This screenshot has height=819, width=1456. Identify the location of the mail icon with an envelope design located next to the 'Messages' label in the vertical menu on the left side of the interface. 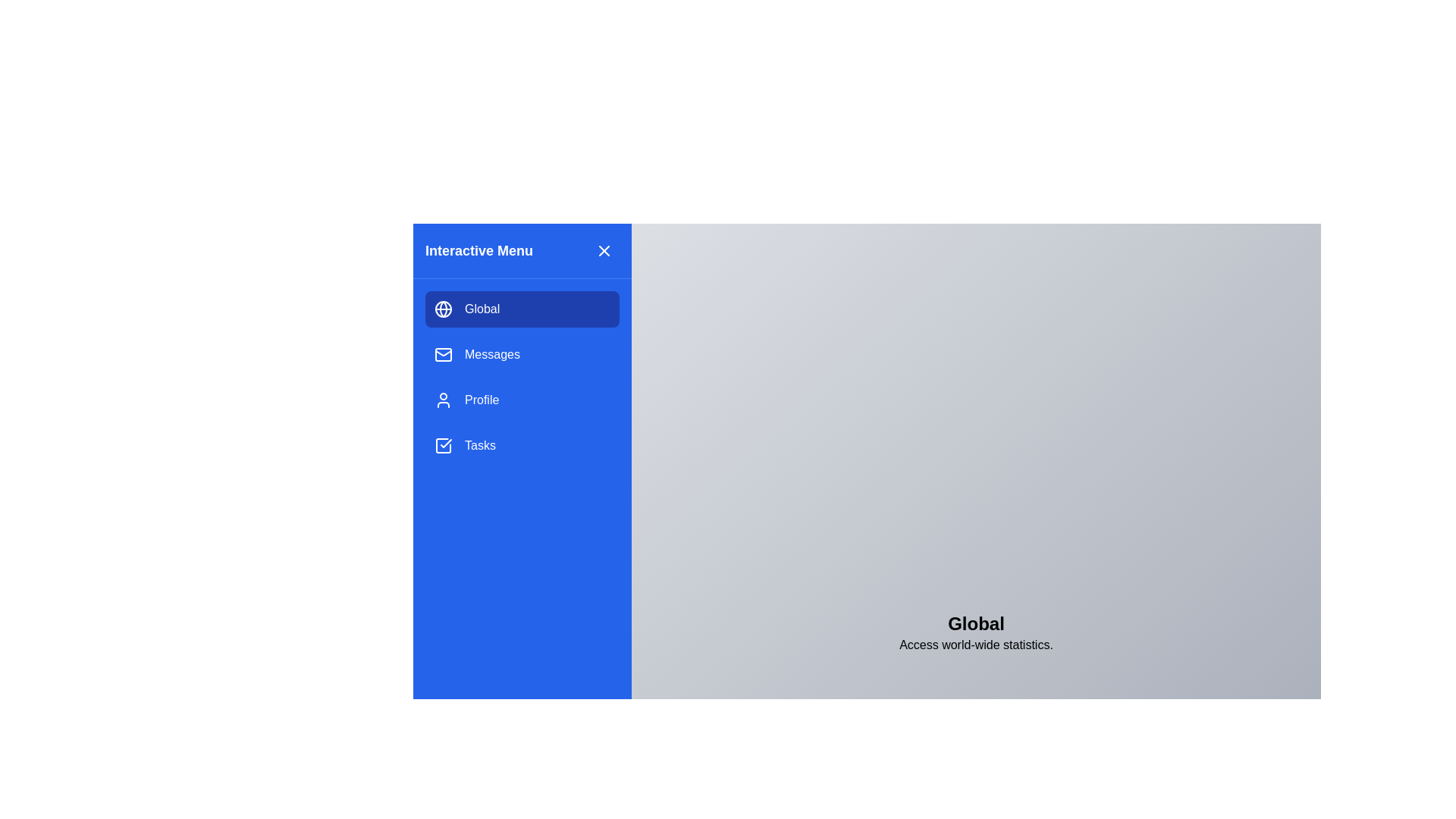
(443, 354).